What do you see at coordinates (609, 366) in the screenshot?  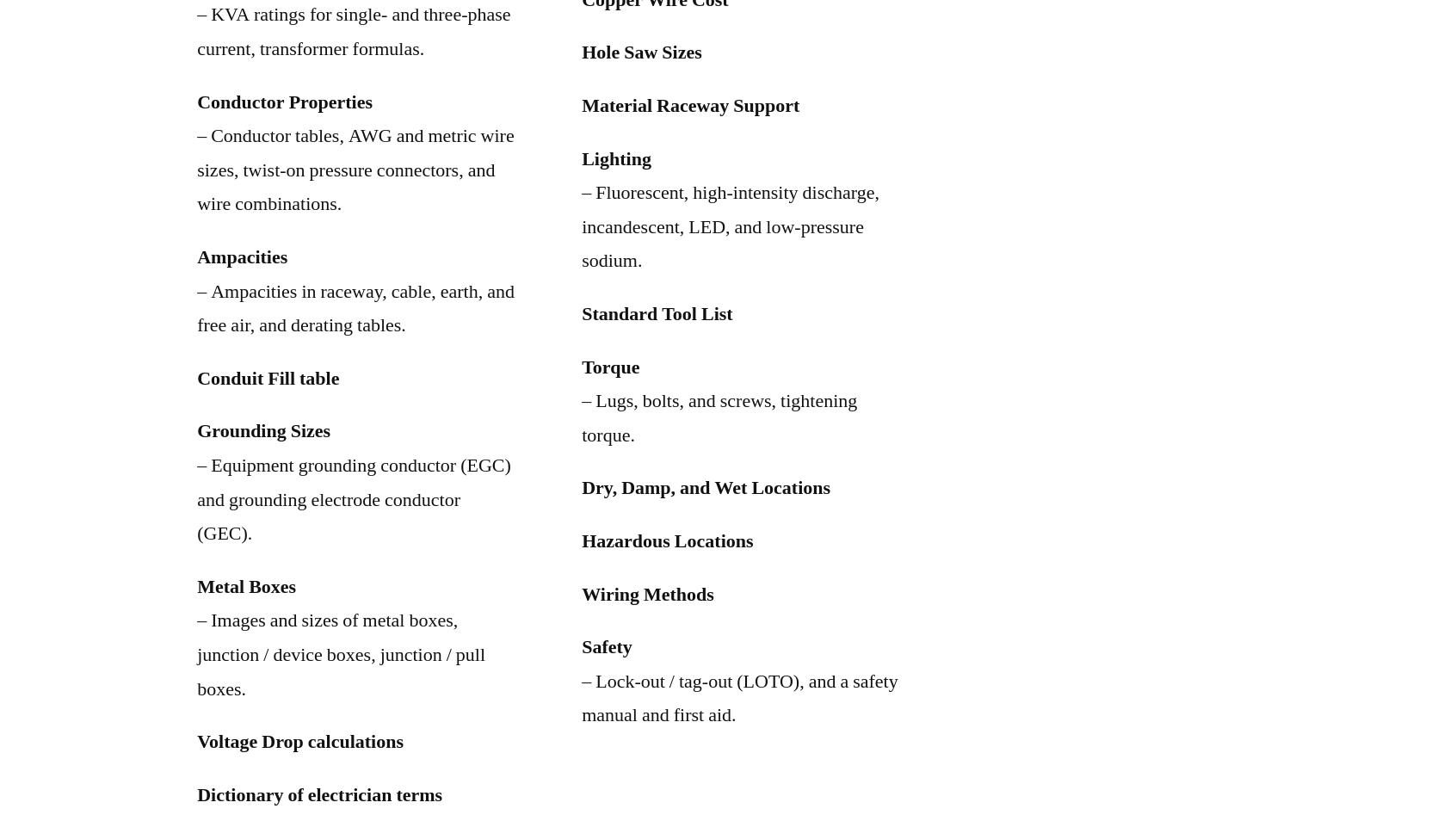 I see `'Torque'` at bounding box center [609, 366].